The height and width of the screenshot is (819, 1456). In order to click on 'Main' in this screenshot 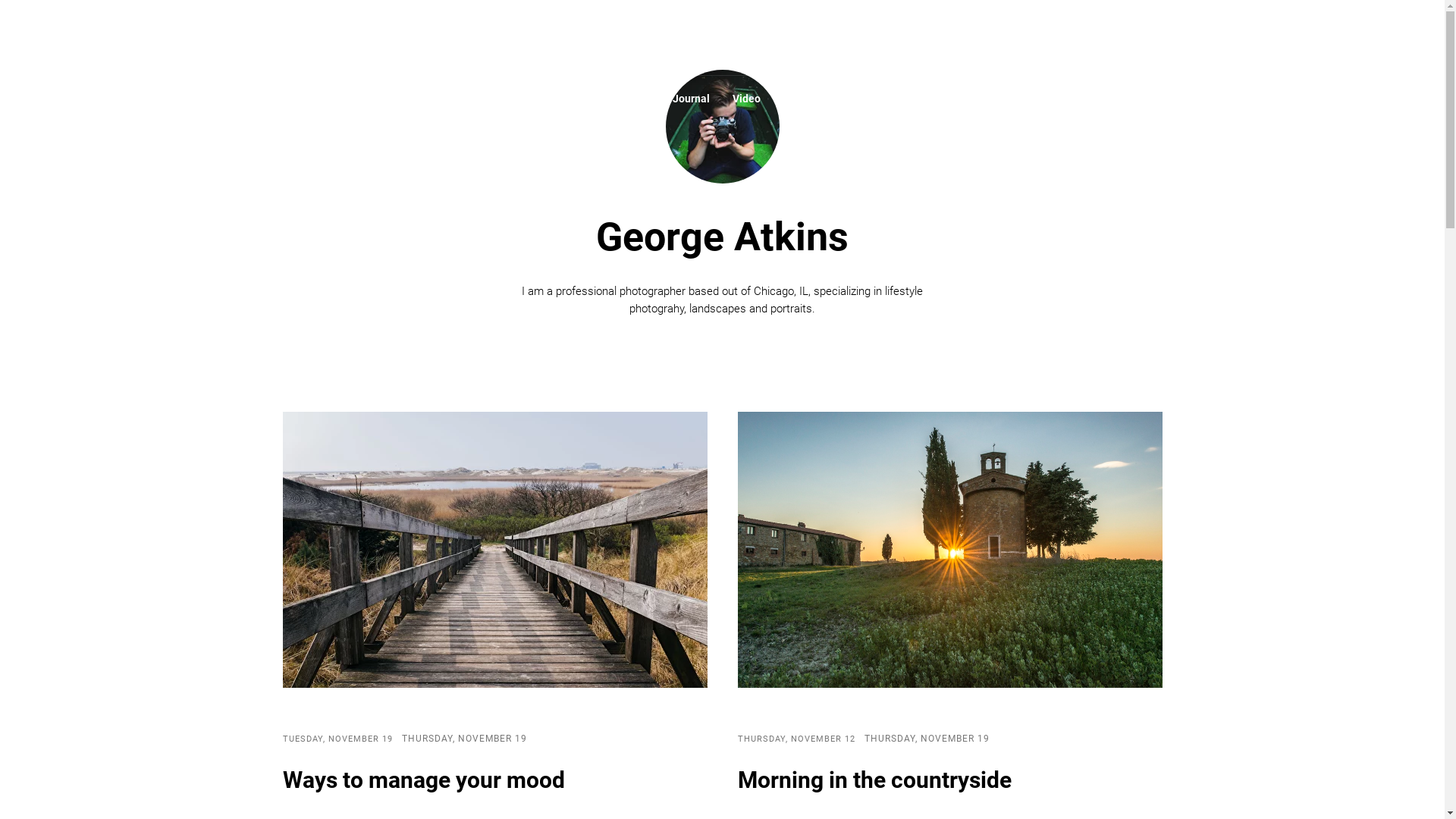, I will do `click(572, 99)`.